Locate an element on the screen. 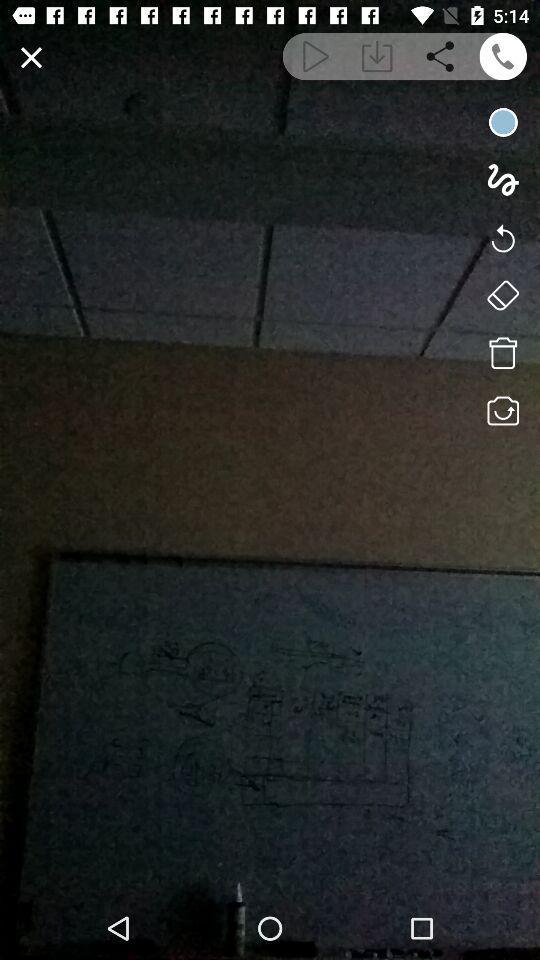  the call icon is located at coordinates (502, 55).